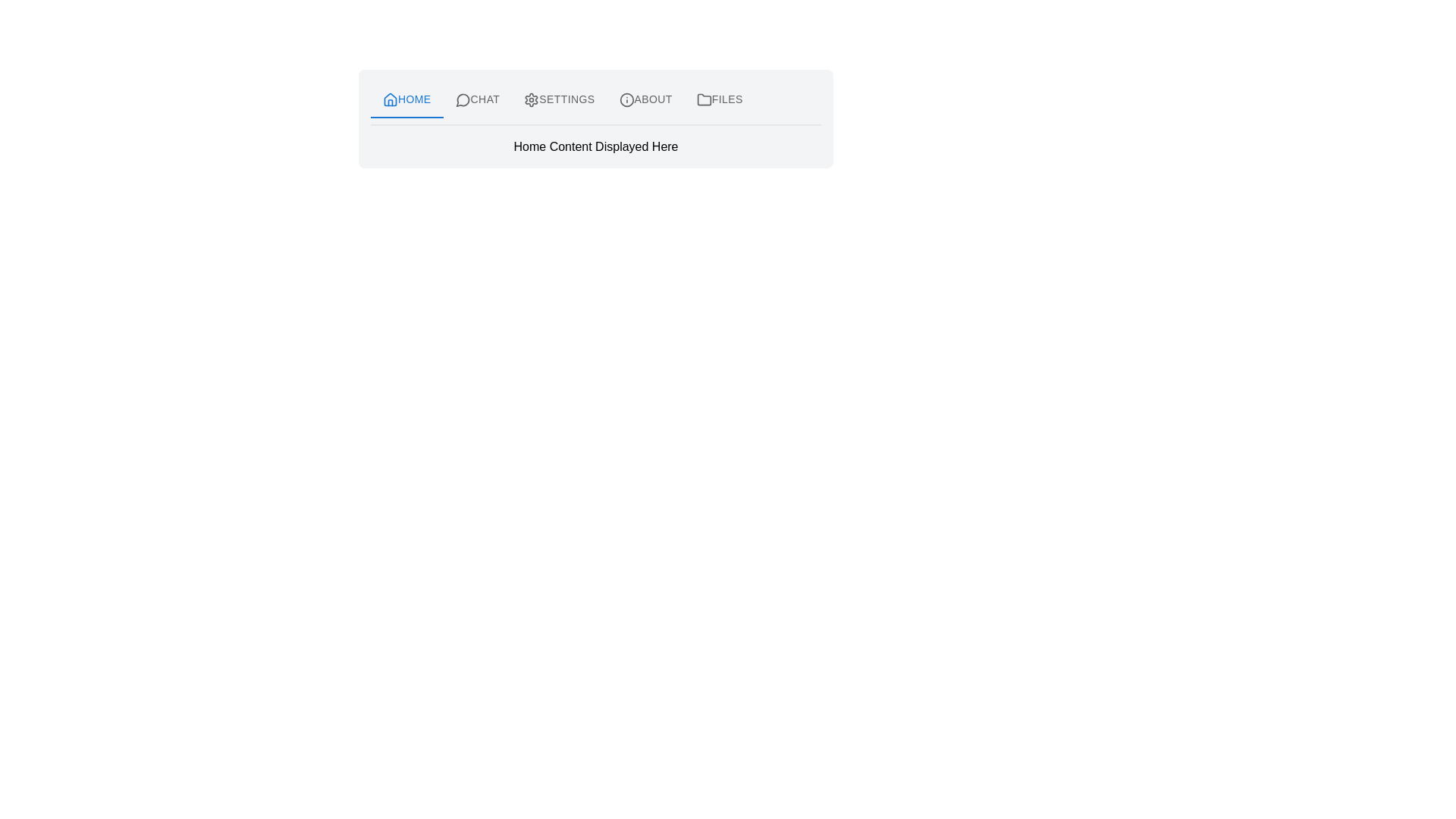 The height and width of the screenshot is (819, 1456). I want to click on the house icon in the top navigation bar, which is associated with the 'HOME' section of the interface, so click(390, 99).